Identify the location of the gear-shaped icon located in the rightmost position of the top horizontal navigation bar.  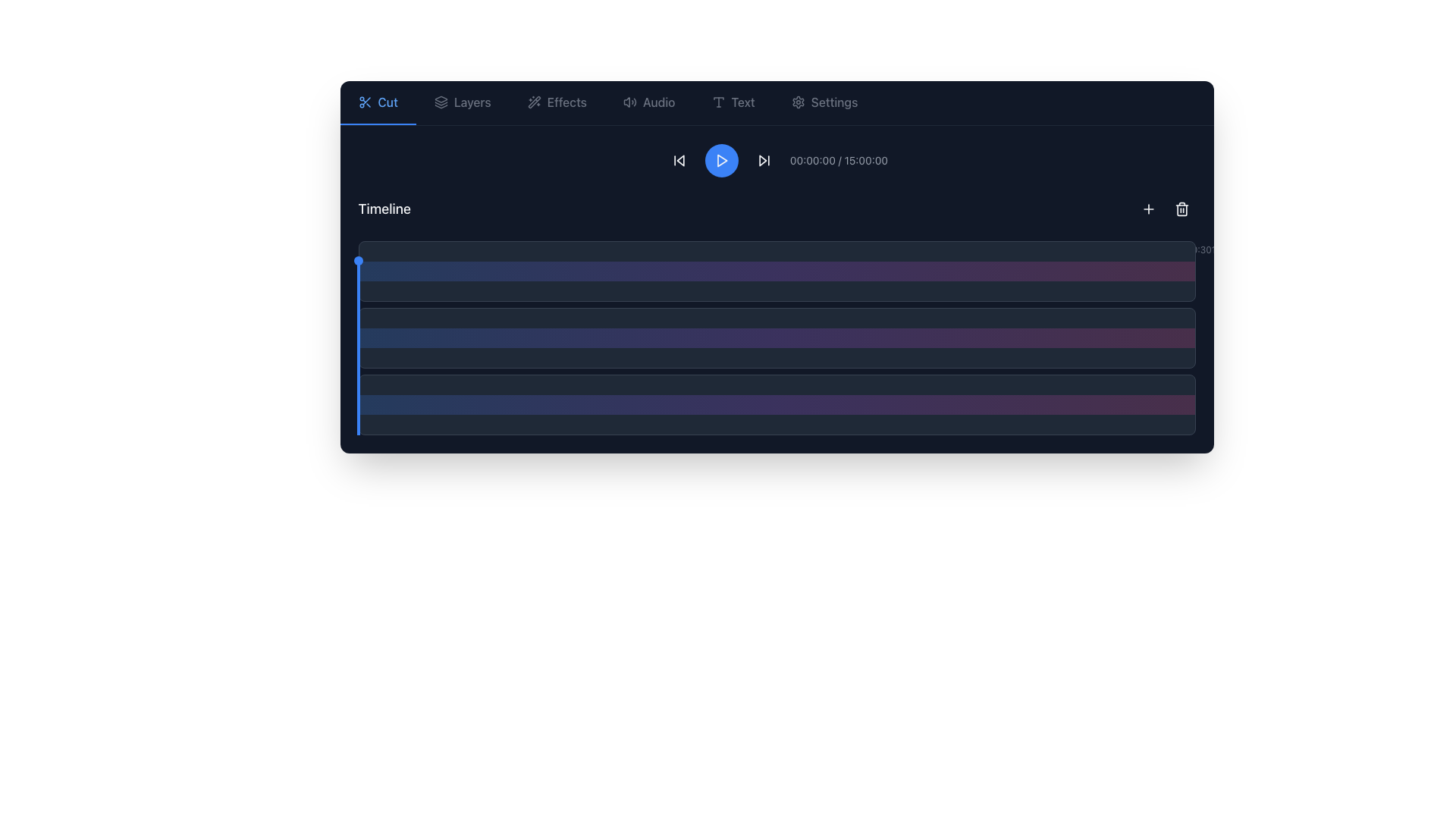
(797, 102).